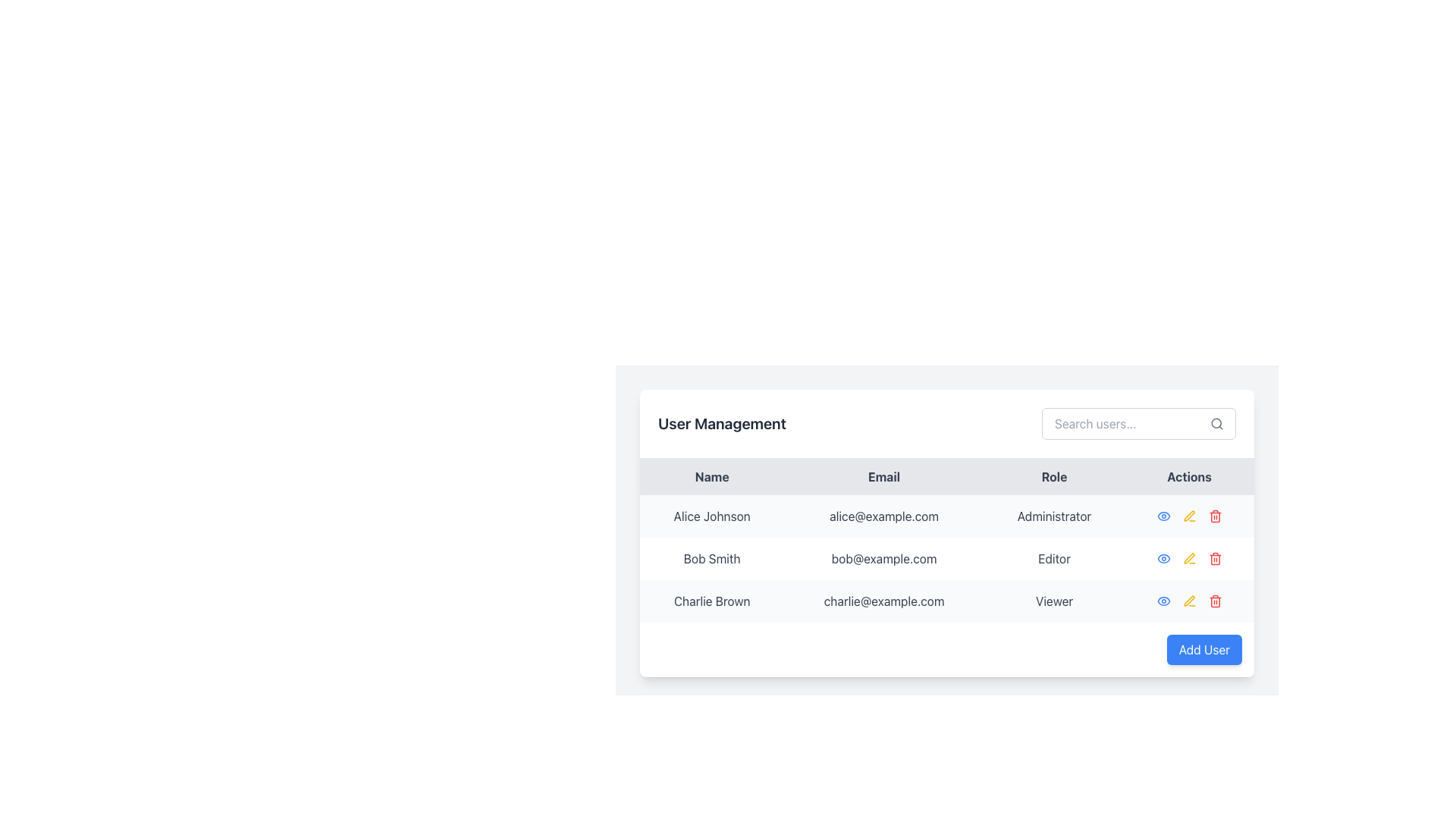 Image resolution: width=1456 pixels, height=819 pixels. What do you see at coordinates (884, 601) in the screenshot?
I see `the email display element showing 'charlie@example.com' in the User Management table, located in the second column of the third row` at bounding box center [884, 601].